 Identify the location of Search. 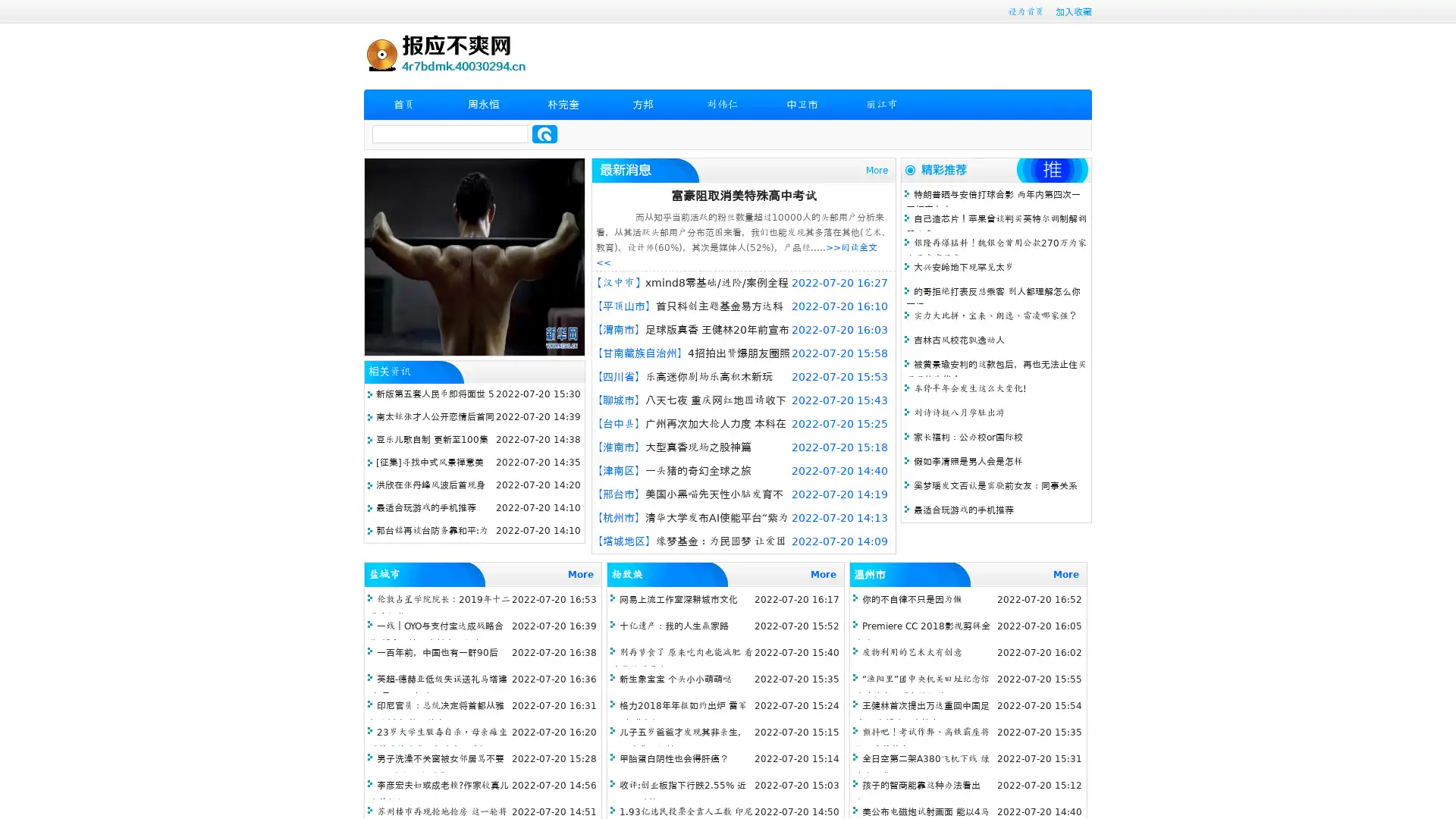
(544, 133).